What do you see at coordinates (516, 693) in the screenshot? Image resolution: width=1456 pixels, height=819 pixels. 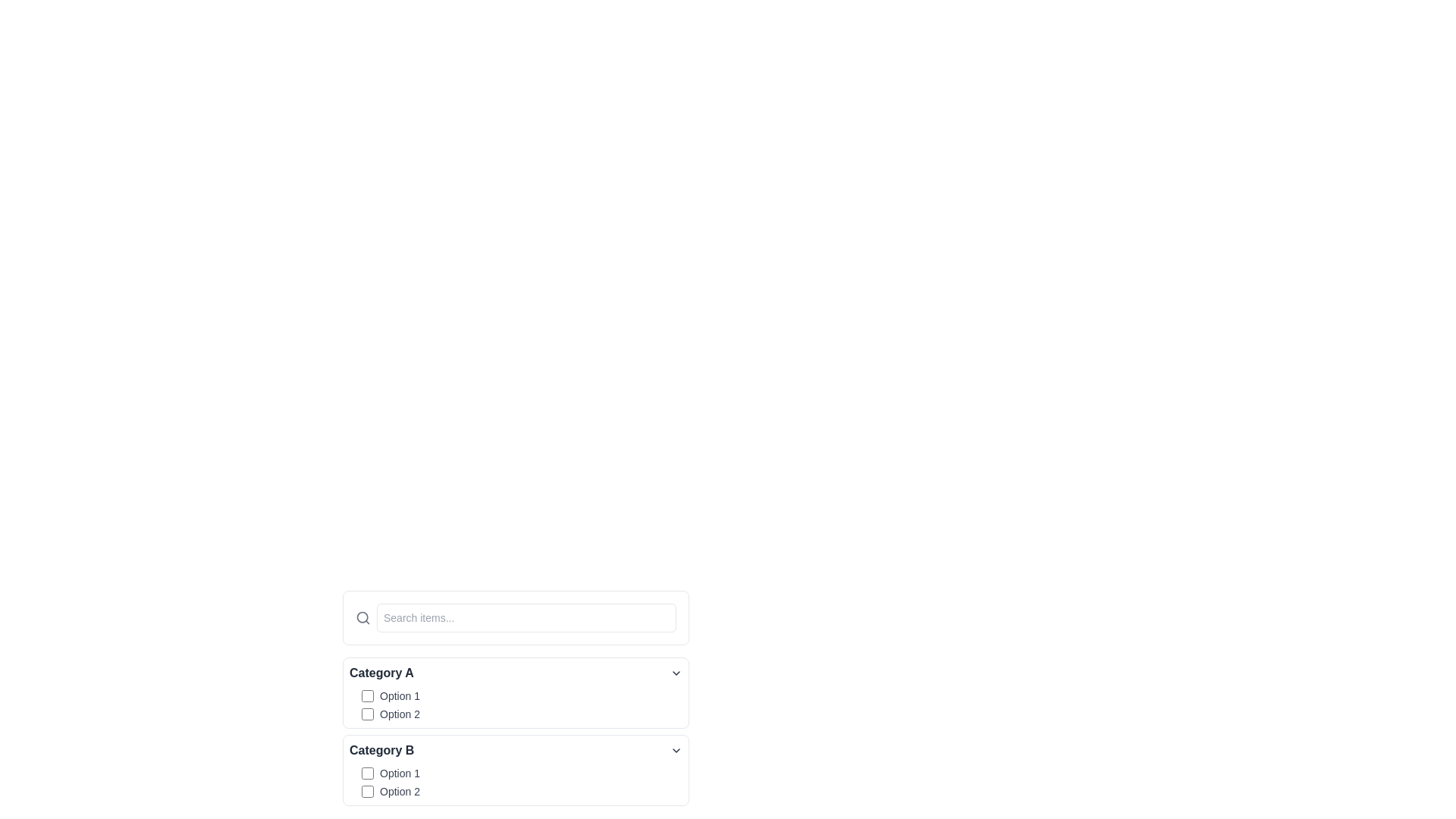 I see `the categorized item selector with checkboxes located directly under the search bar, which is the first of two sections stacked vertically` at bounding box center [516, 693].